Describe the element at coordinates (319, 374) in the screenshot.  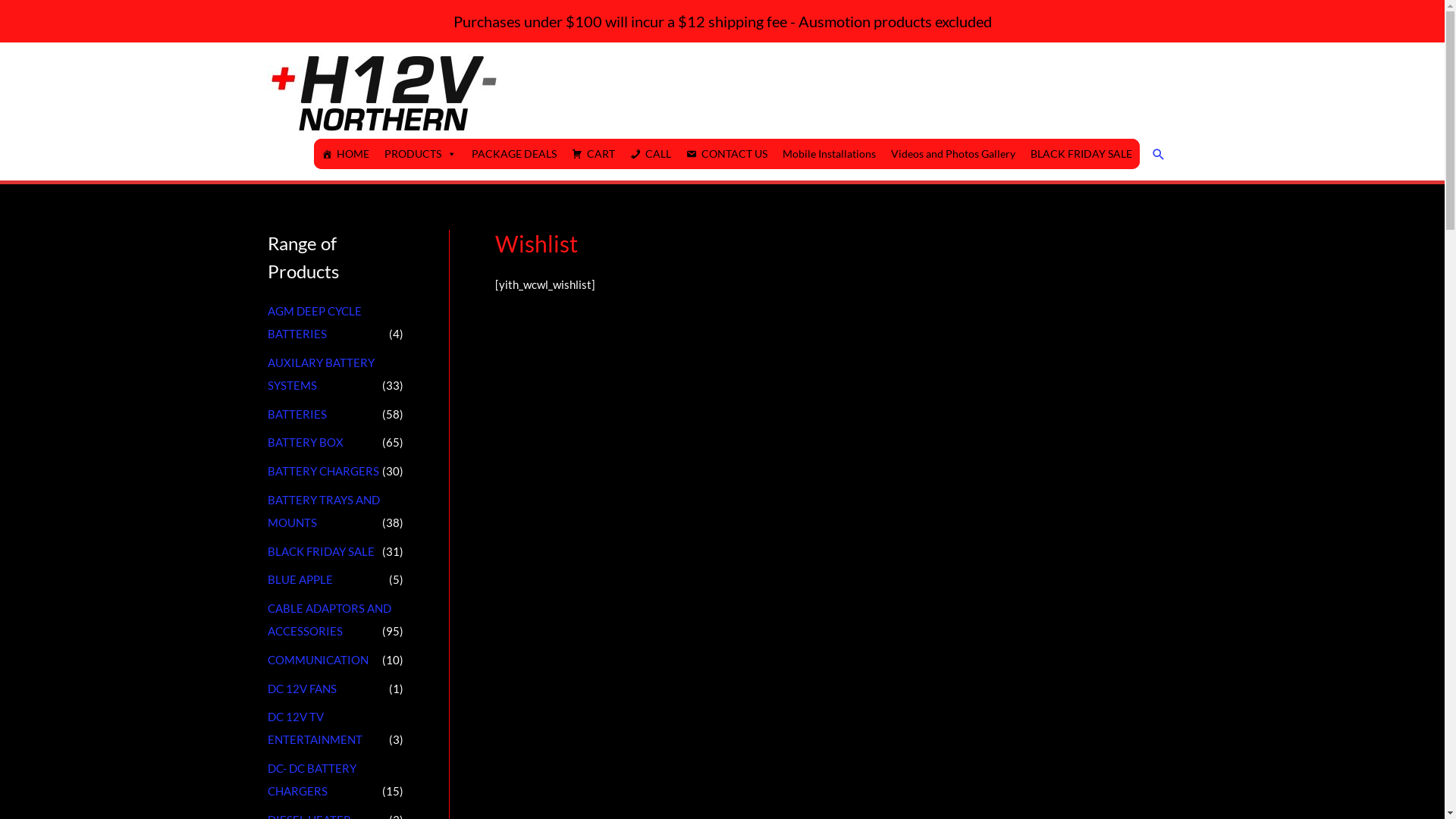
I see `'AUXILARY BATTERY SYSTEMS'` at that location.